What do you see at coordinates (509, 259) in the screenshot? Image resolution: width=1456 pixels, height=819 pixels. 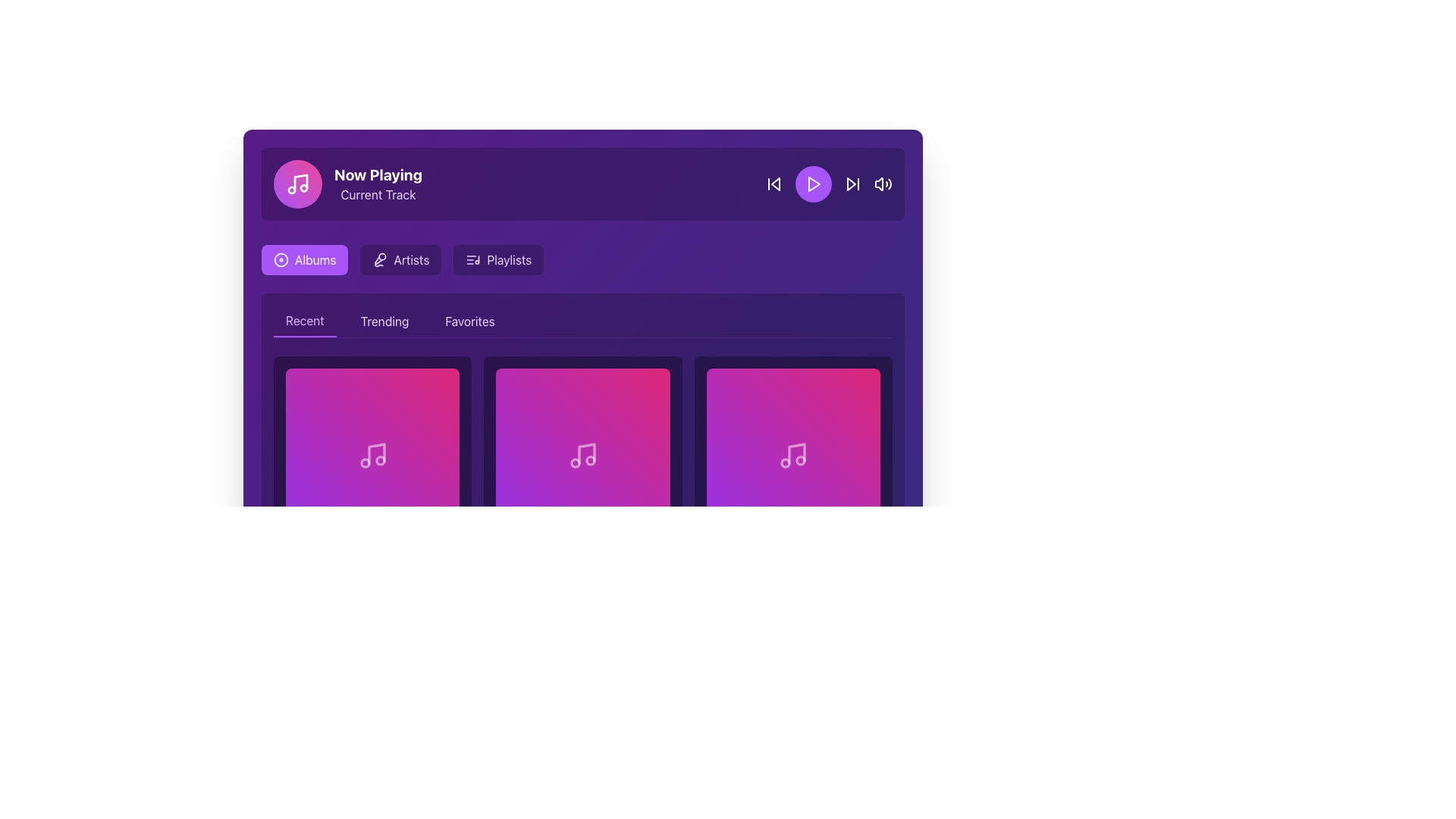 I see `the Text Label within the Button located in the horizontal navigation bar, which serves as a navigation option for accessing the playlists section` at bounding box center [509, 259].